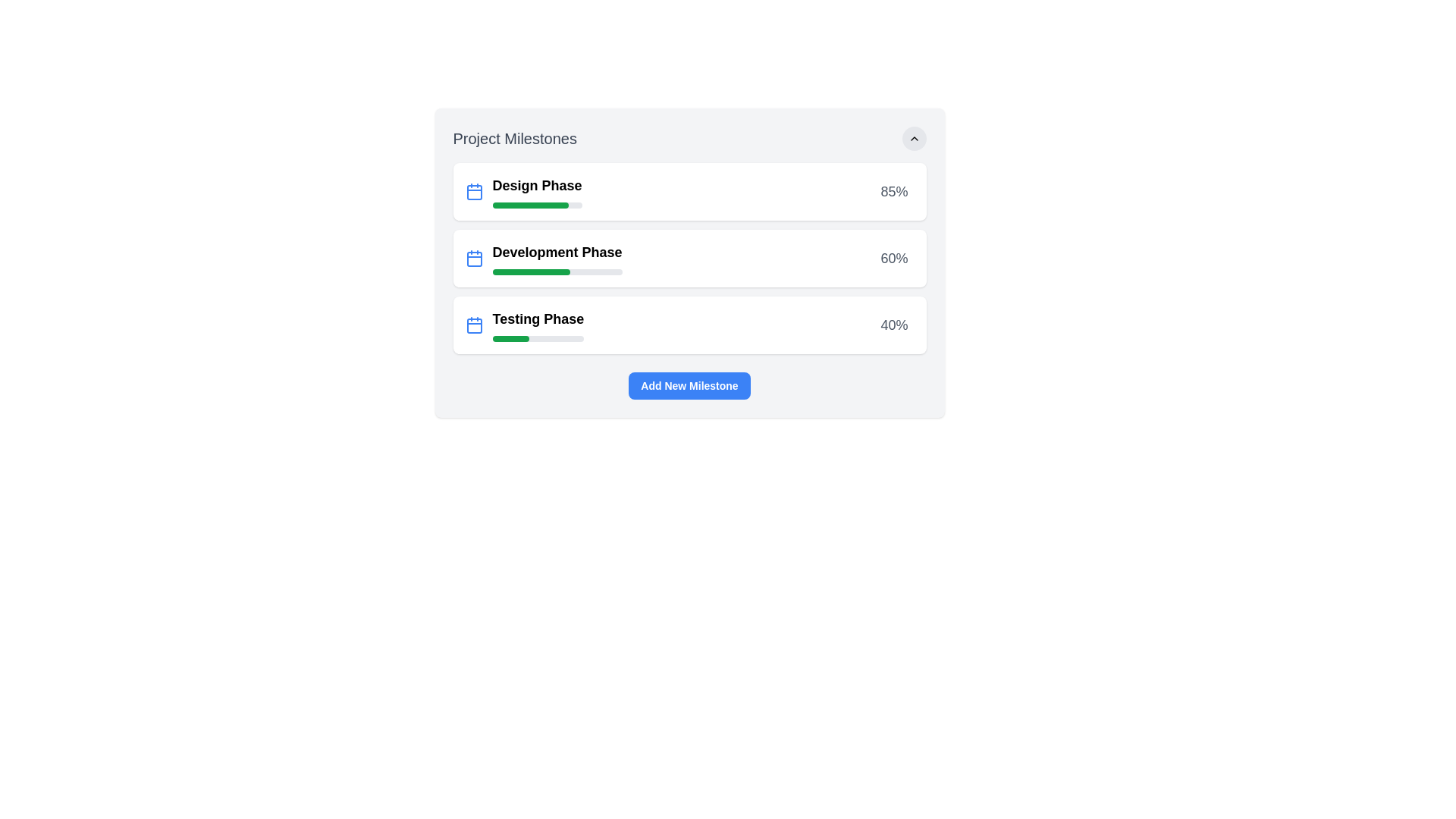  What do you see at coordinates (473, 257) in the screenshot?
I see `the scheduling icon related to the 'Development Phase', located centrally in the second row of cards` at bounding box center [473, 257].